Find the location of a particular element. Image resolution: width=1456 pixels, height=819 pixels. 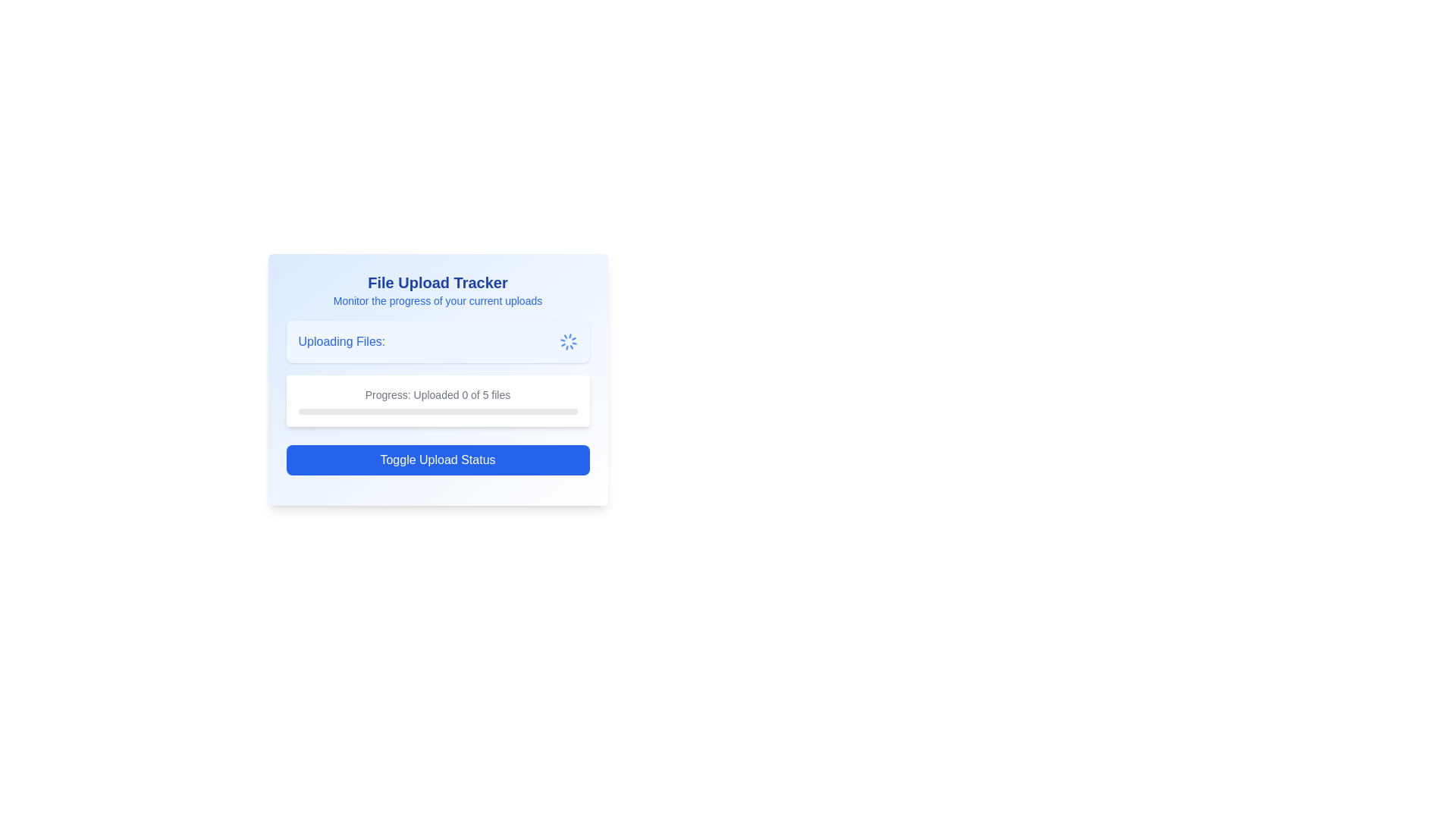

the rectangular button with a blue background and white text reading 'Toggle Upload Status' is located at coordinates (437, 459).